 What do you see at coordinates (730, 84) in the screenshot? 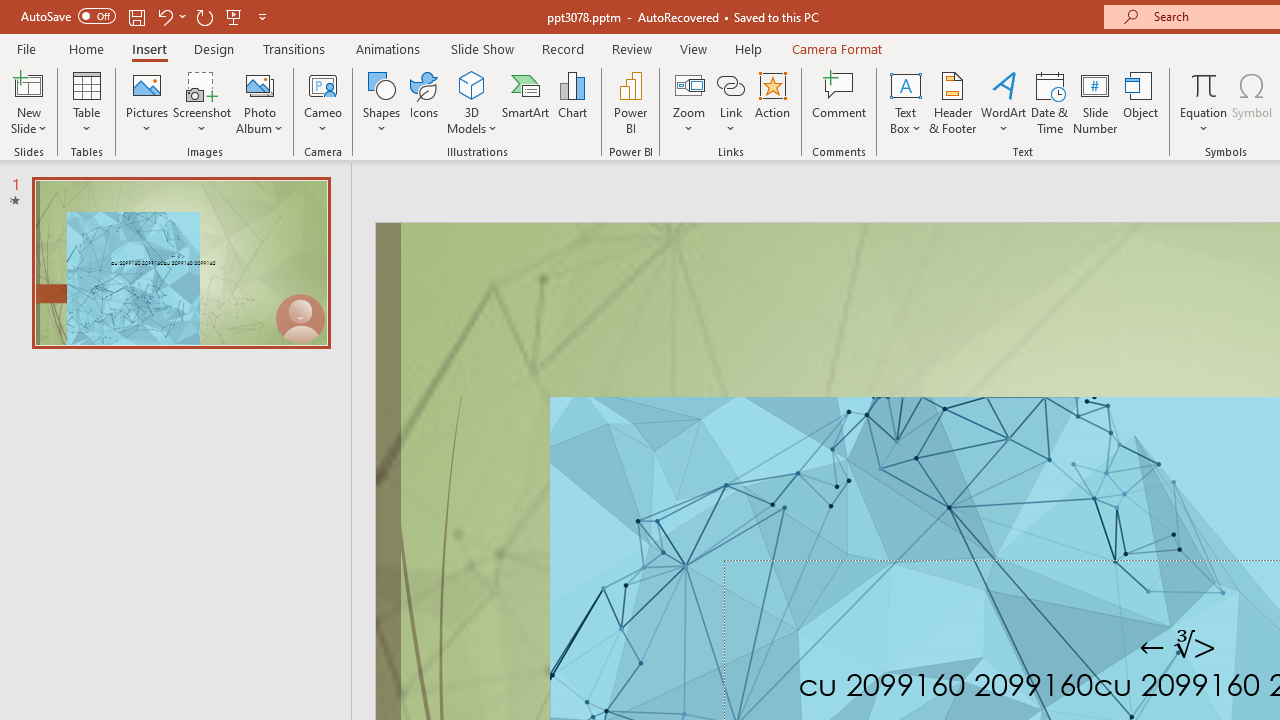
I see `'Link'` at bounding box center [730, 84].